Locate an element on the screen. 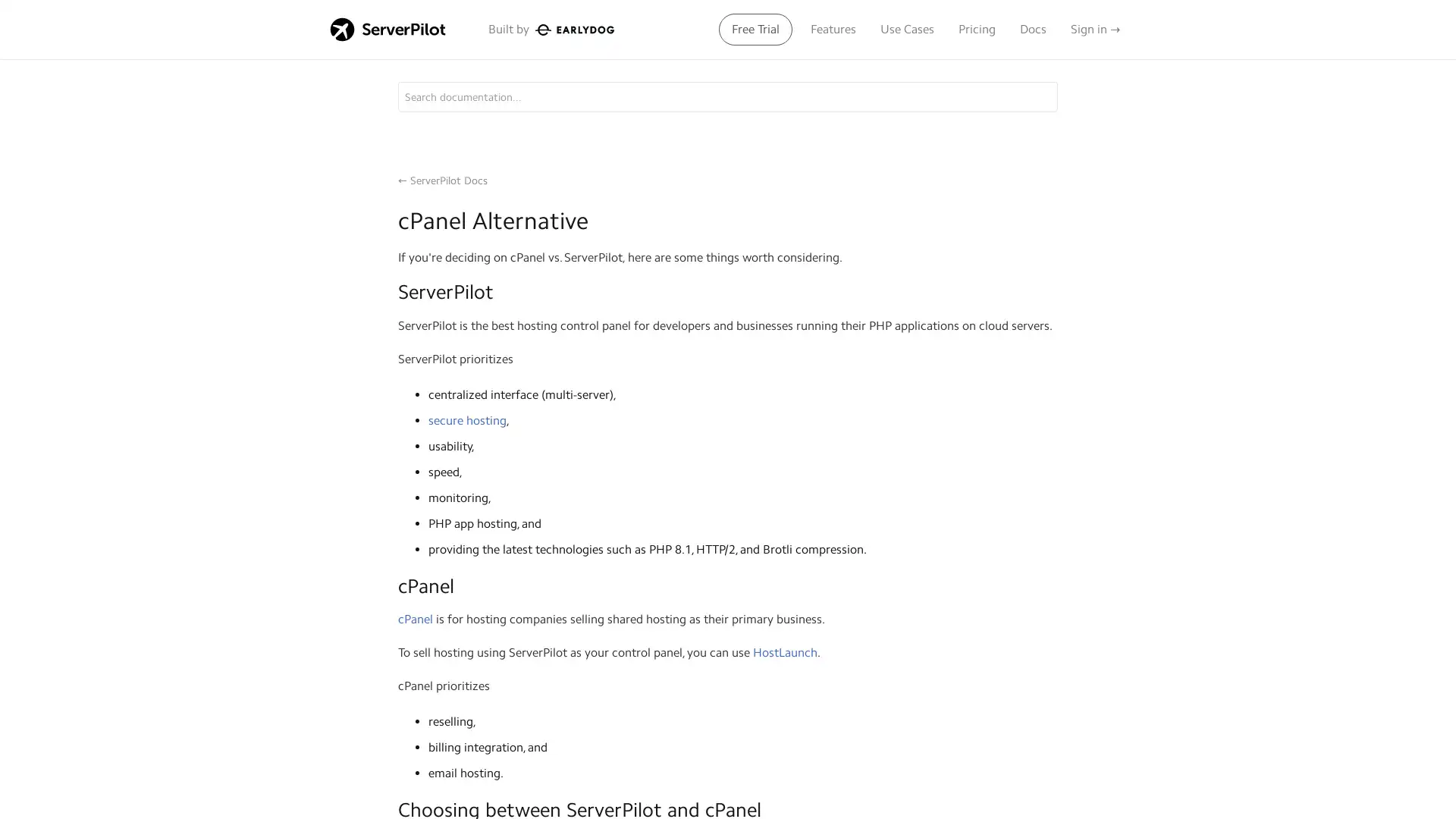  Docs is located at coordinates (1032, 29).